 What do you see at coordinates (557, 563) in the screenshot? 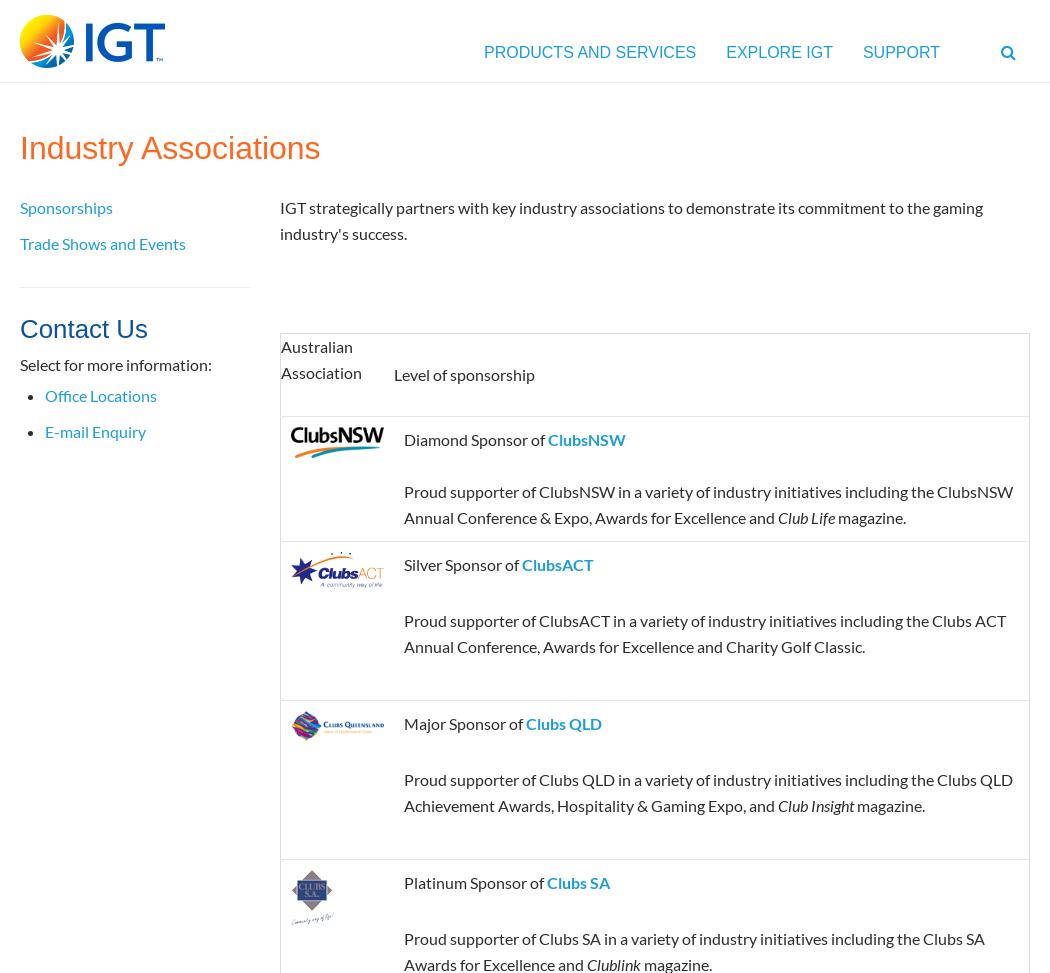
I see `'ClubsACT'` at bounding box center [557, 563].